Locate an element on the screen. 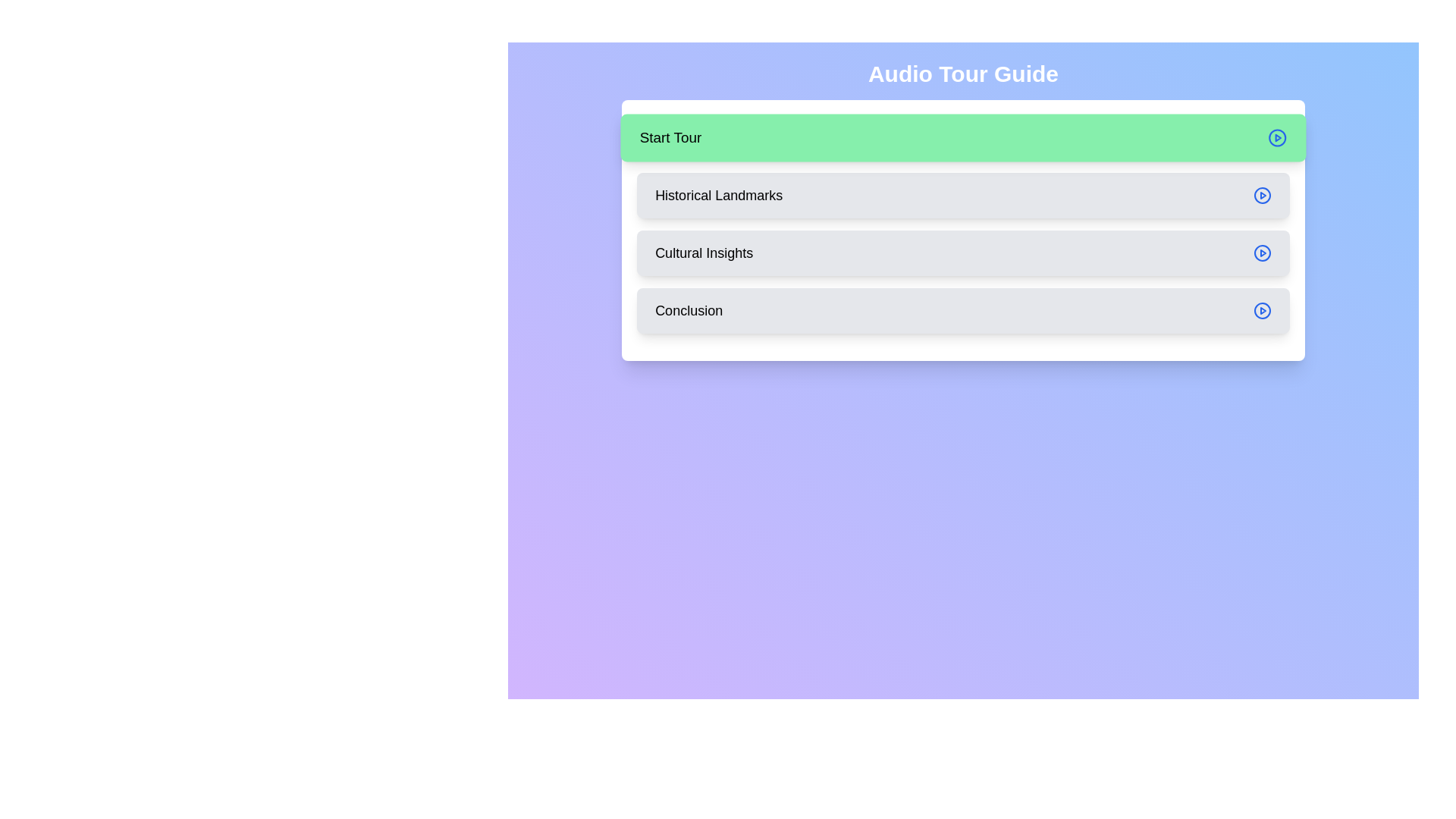 This screenshot has height=819, width=1456. the Historical Landmarks step in the audio tour is located at coordinates (962, 195).